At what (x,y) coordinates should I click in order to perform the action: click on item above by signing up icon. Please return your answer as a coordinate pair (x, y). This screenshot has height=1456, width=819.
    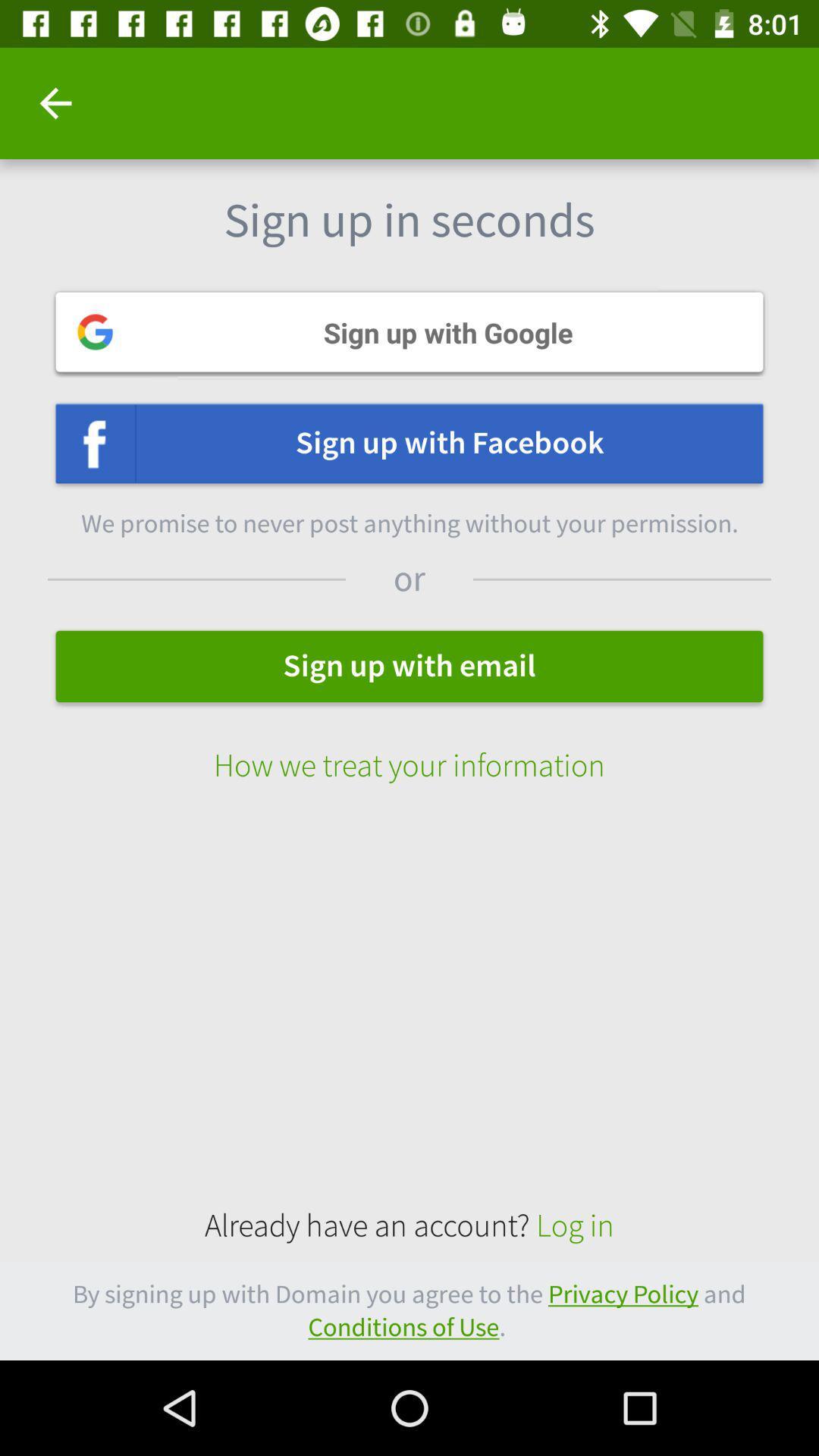
    Looking at the image, I should click on (409, 1226).